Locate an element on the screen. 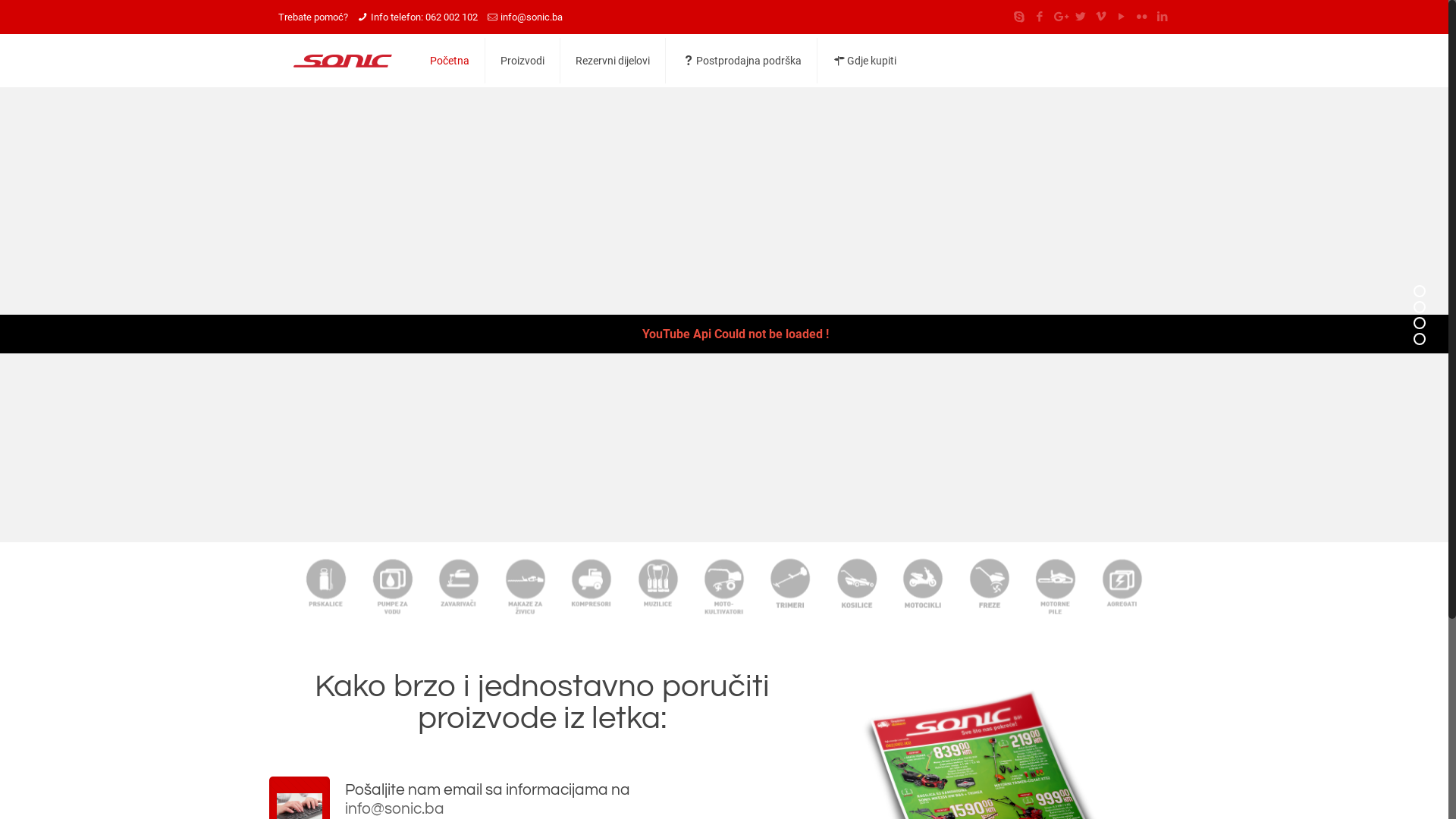  'Motocikli' is located at coordinates (922, 585).